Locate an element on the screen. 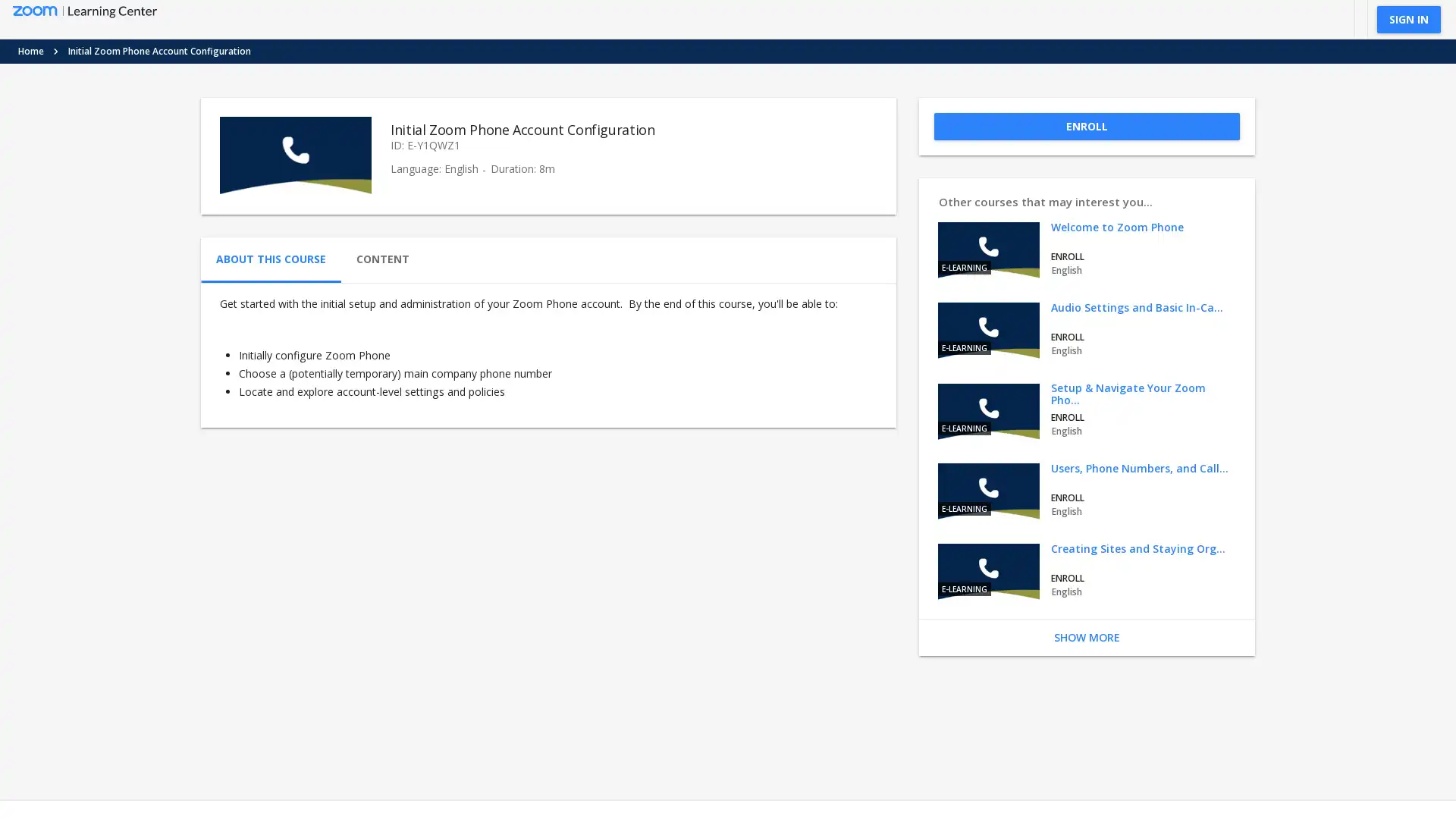  SIGN IN is located at coordinates (1407, 18).